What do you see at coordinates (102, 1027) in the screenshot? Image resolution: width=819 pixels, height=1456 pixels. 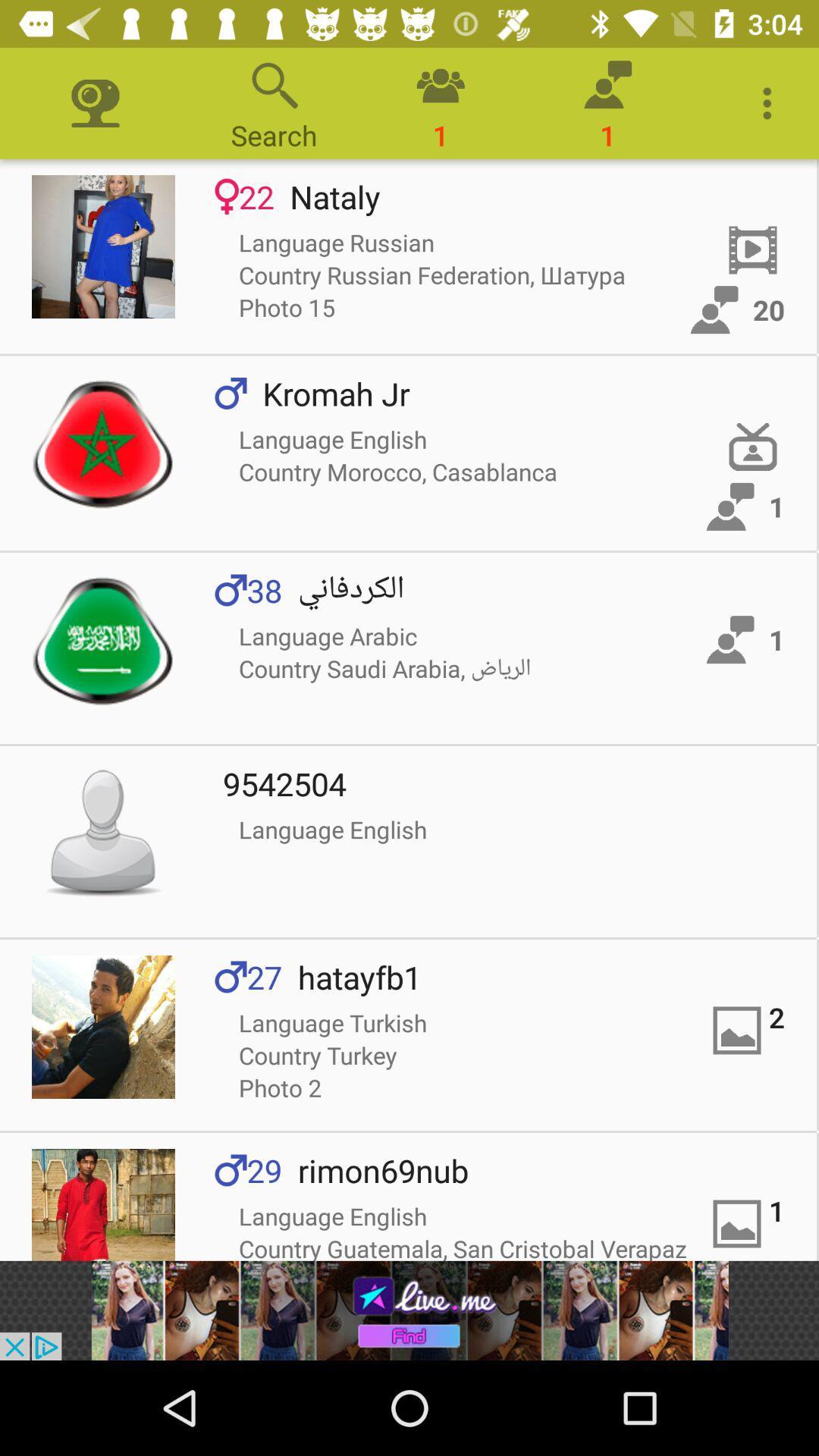 I see `open picture` at bounding box center [102, 1027].